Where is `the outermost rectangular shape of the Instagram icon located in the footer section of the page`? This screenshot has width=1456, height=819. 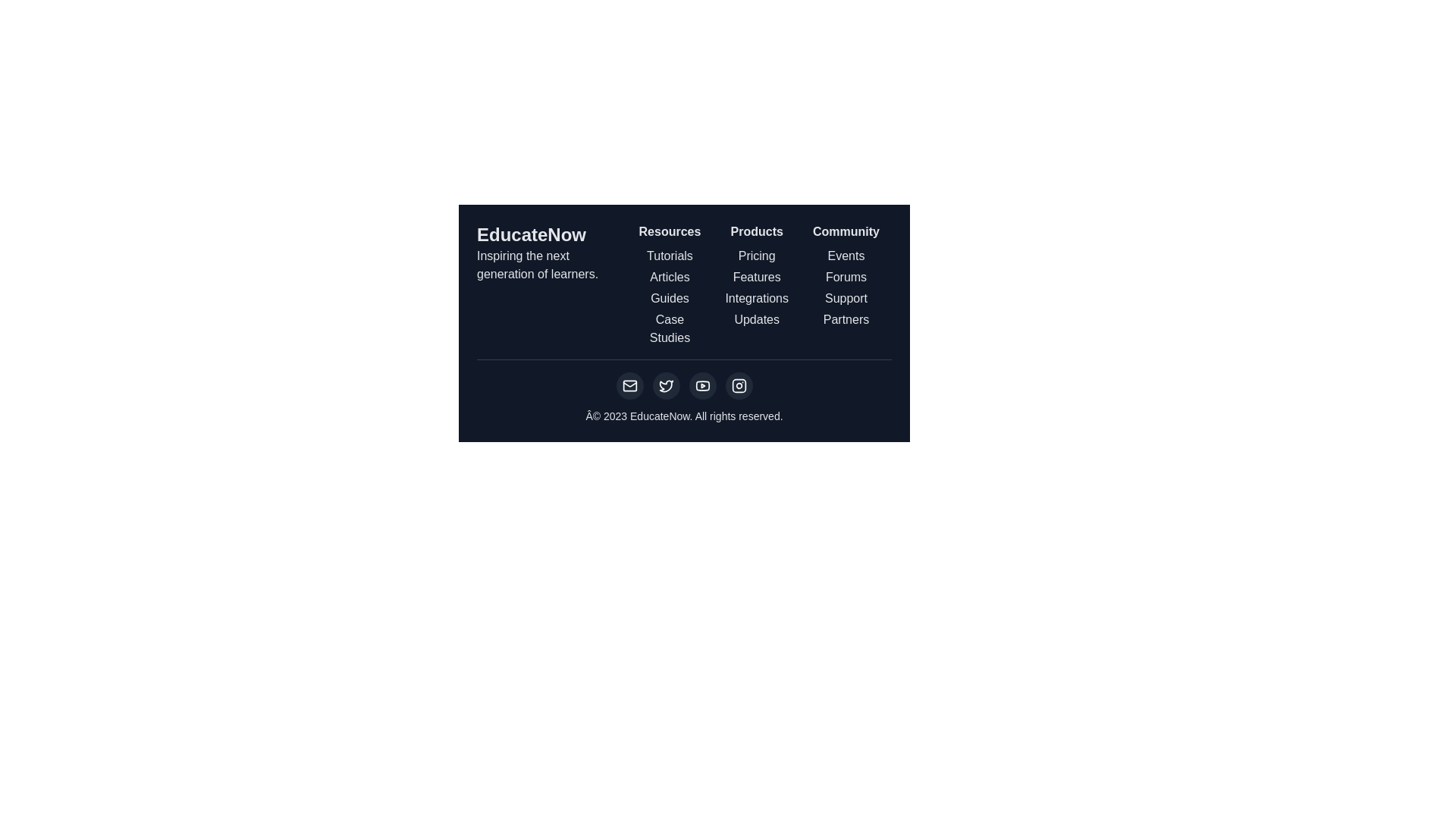
the outermost rectangular shape of the Instagram icon located in the footer section of the page is located at coordinates (739, 385).